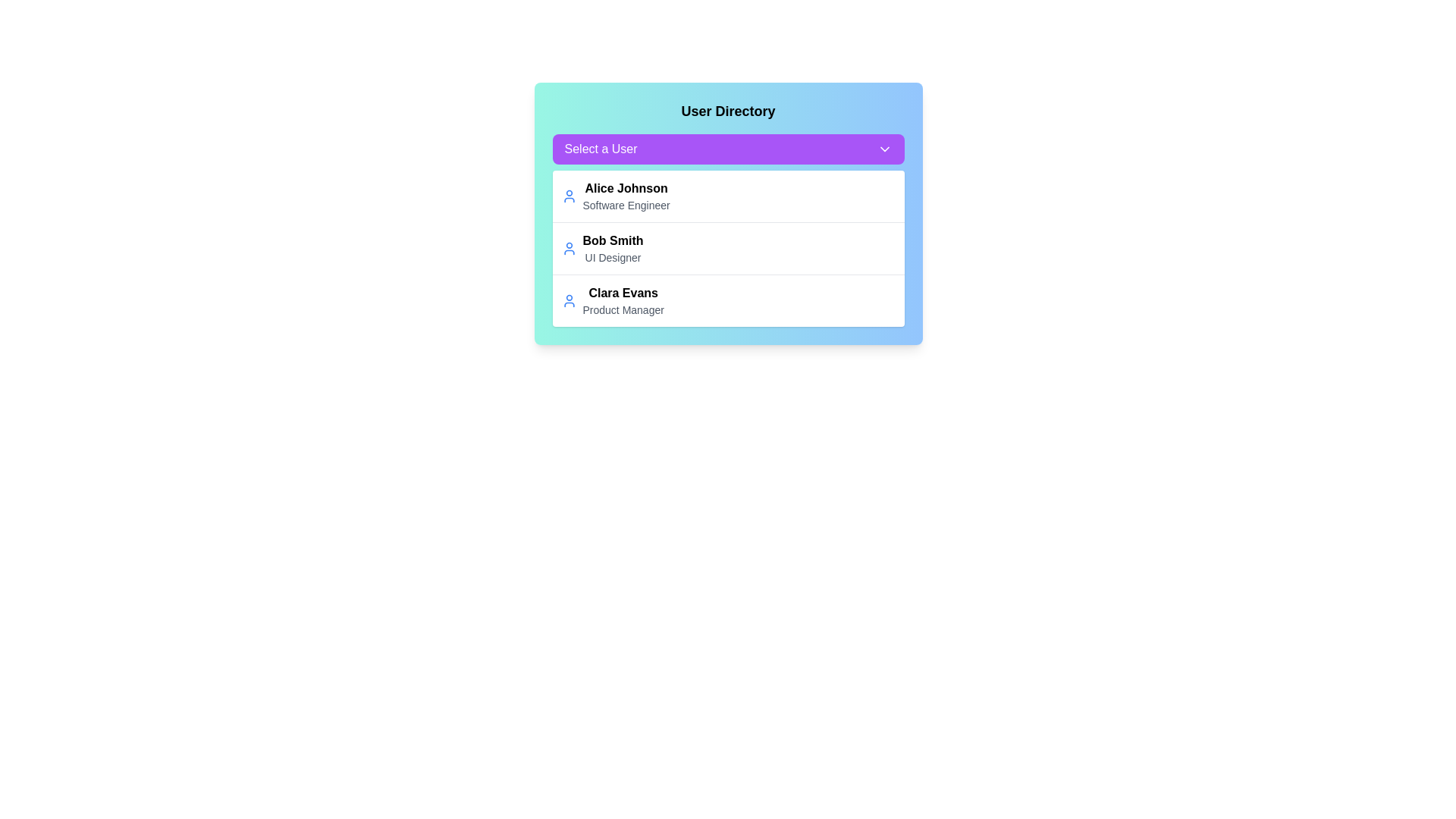 Image resolution: width=1456 pixels, height=819 pixels. What do you see at coordinates (626, 188) in the screenshot?
I see `the text label displaying 'Alice Johnson'` at bounding box center [626, 188].